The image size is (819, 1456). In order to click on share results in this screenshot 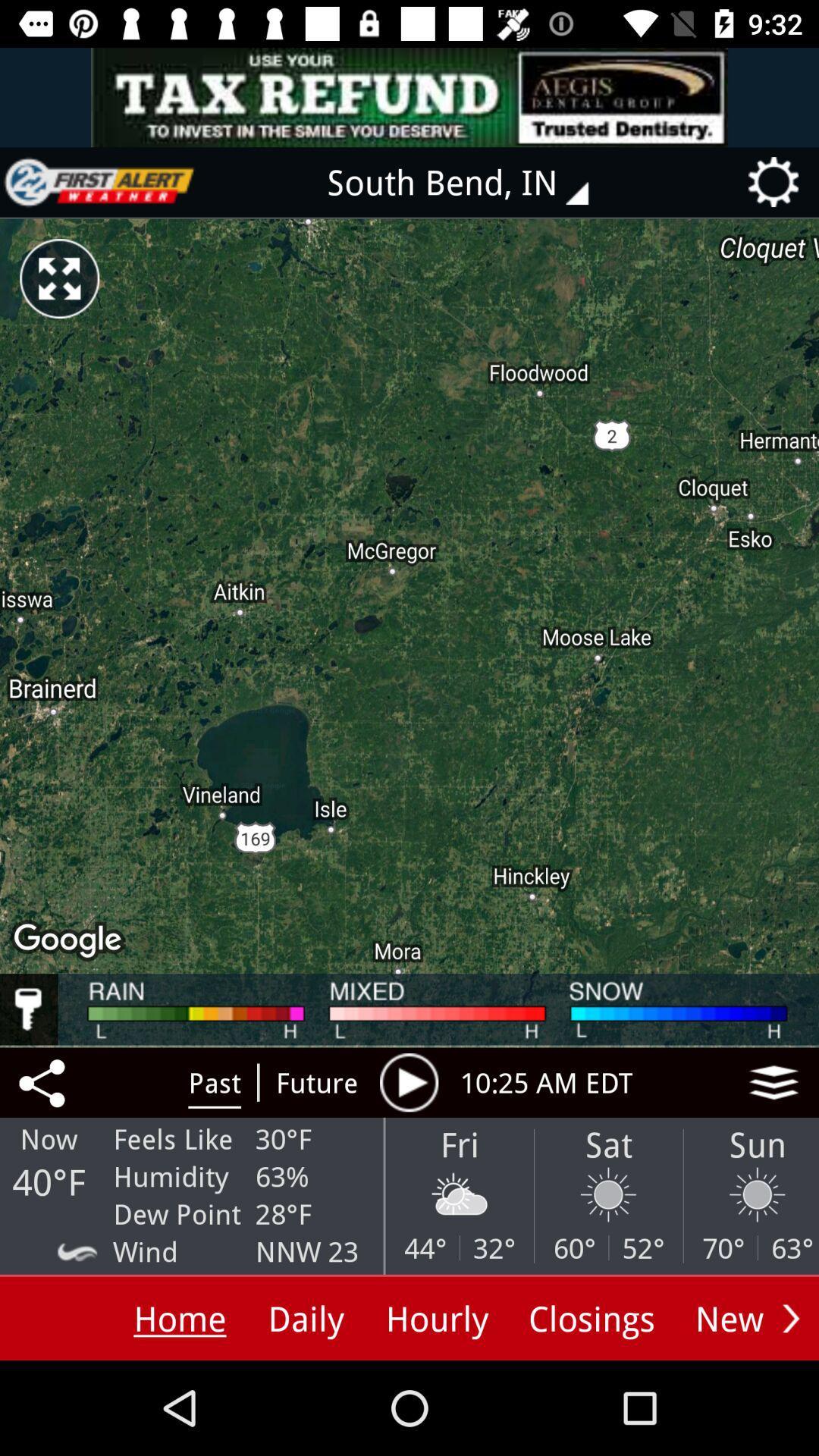, I will do `click(44, 1081)`.